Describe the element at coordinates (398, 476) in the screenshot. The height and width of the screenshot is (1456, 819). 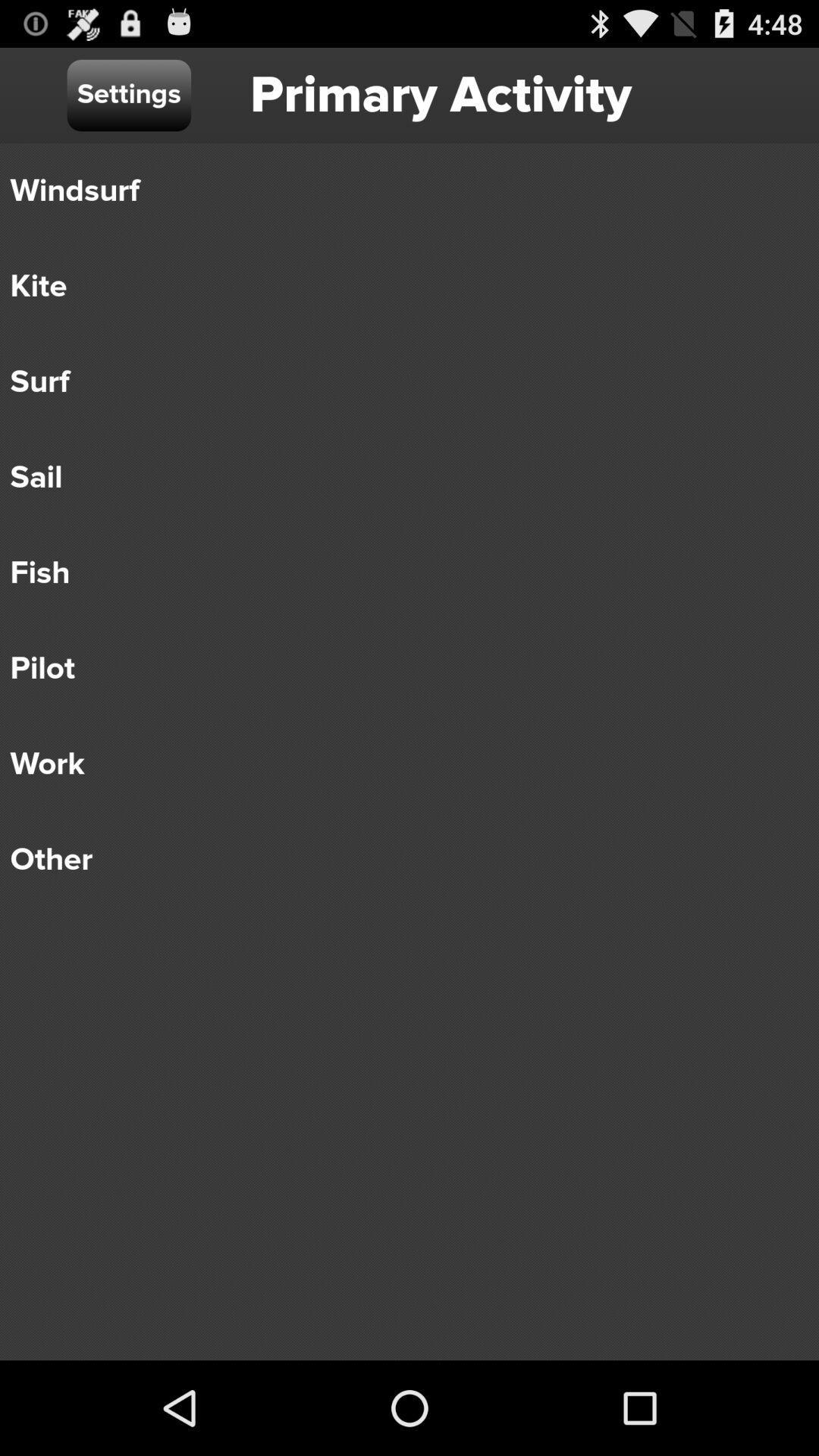
I see `sail icon` at that location.